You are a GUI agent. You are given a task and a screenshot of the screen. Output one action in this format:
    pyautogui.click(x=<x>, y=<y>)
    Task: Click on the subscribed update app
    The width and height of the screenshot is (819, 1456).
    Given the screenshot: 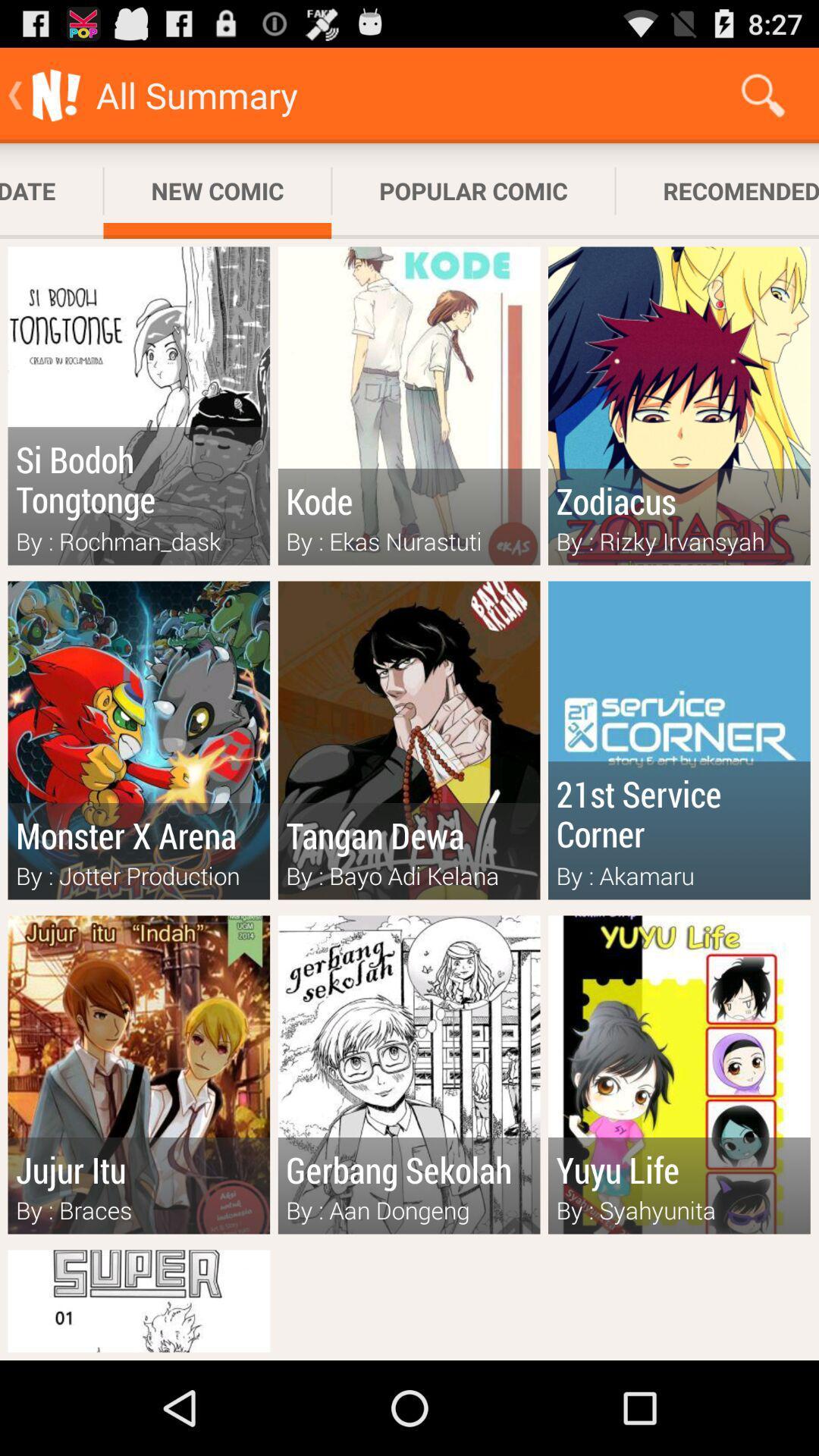 What is the action you would take?
    pyautogui.click(x=51, y=190)
    